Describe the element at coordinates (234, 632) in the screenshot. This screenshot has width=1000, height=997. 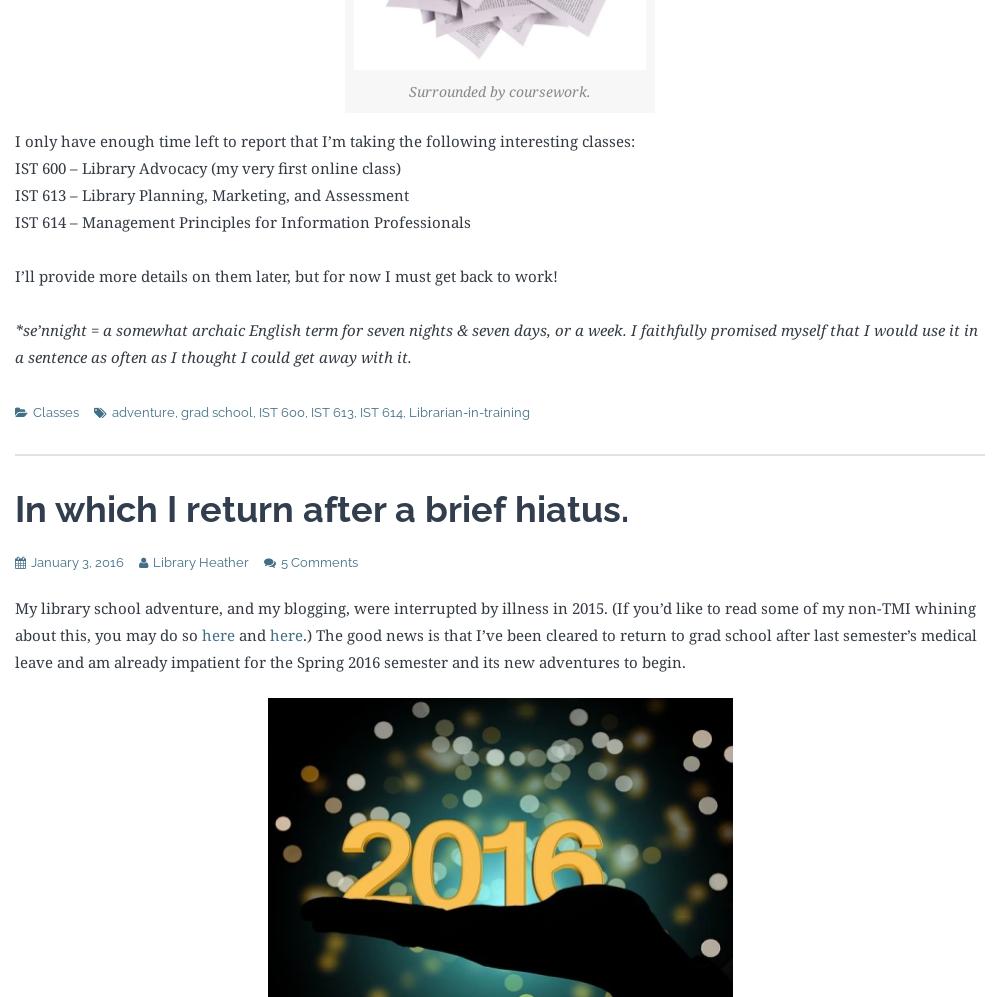
I see `'and'` at that location.